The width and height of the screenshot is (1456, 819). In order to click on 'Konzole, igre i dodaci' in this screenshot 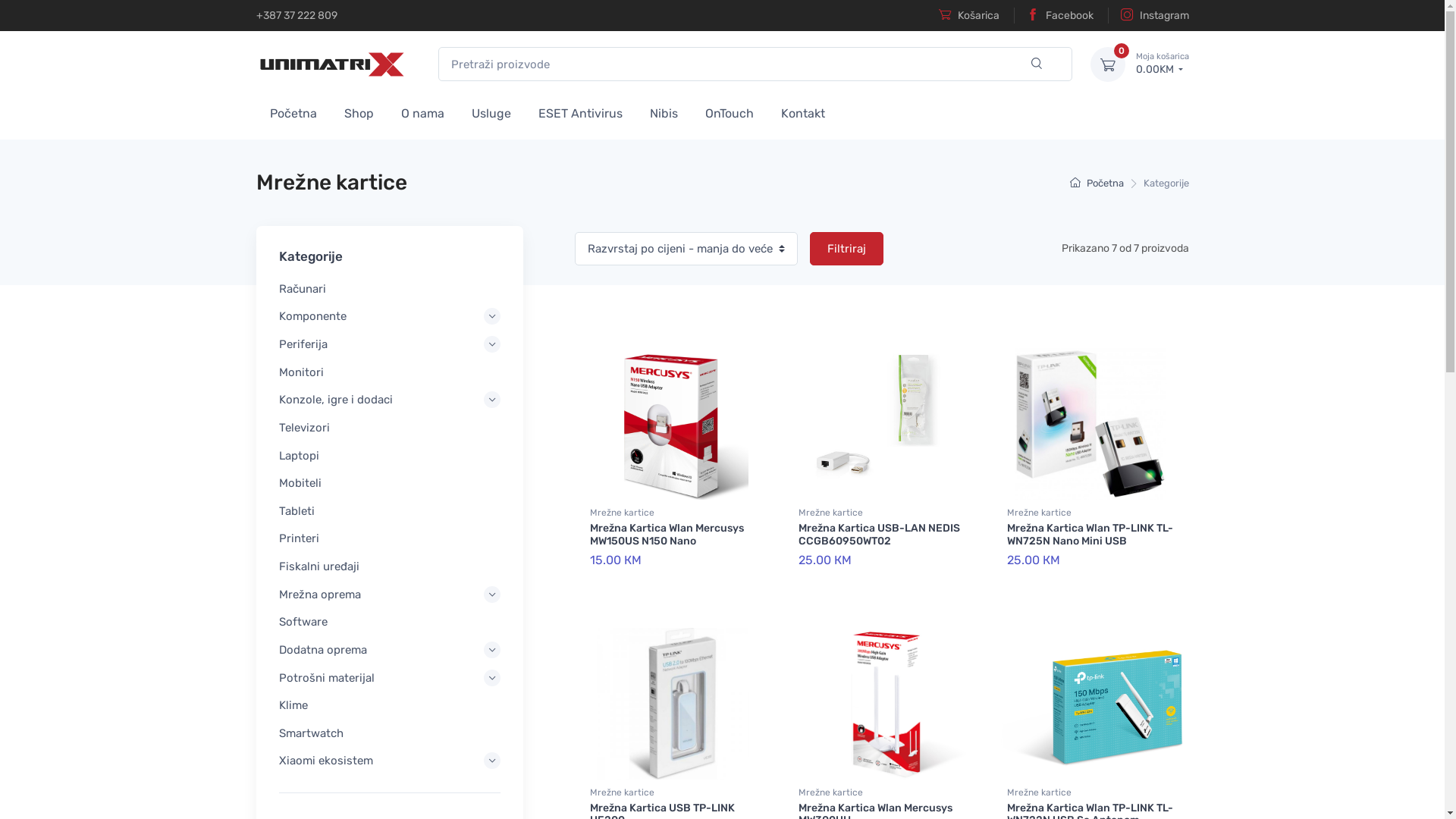, I will do `click(389, 399)`.